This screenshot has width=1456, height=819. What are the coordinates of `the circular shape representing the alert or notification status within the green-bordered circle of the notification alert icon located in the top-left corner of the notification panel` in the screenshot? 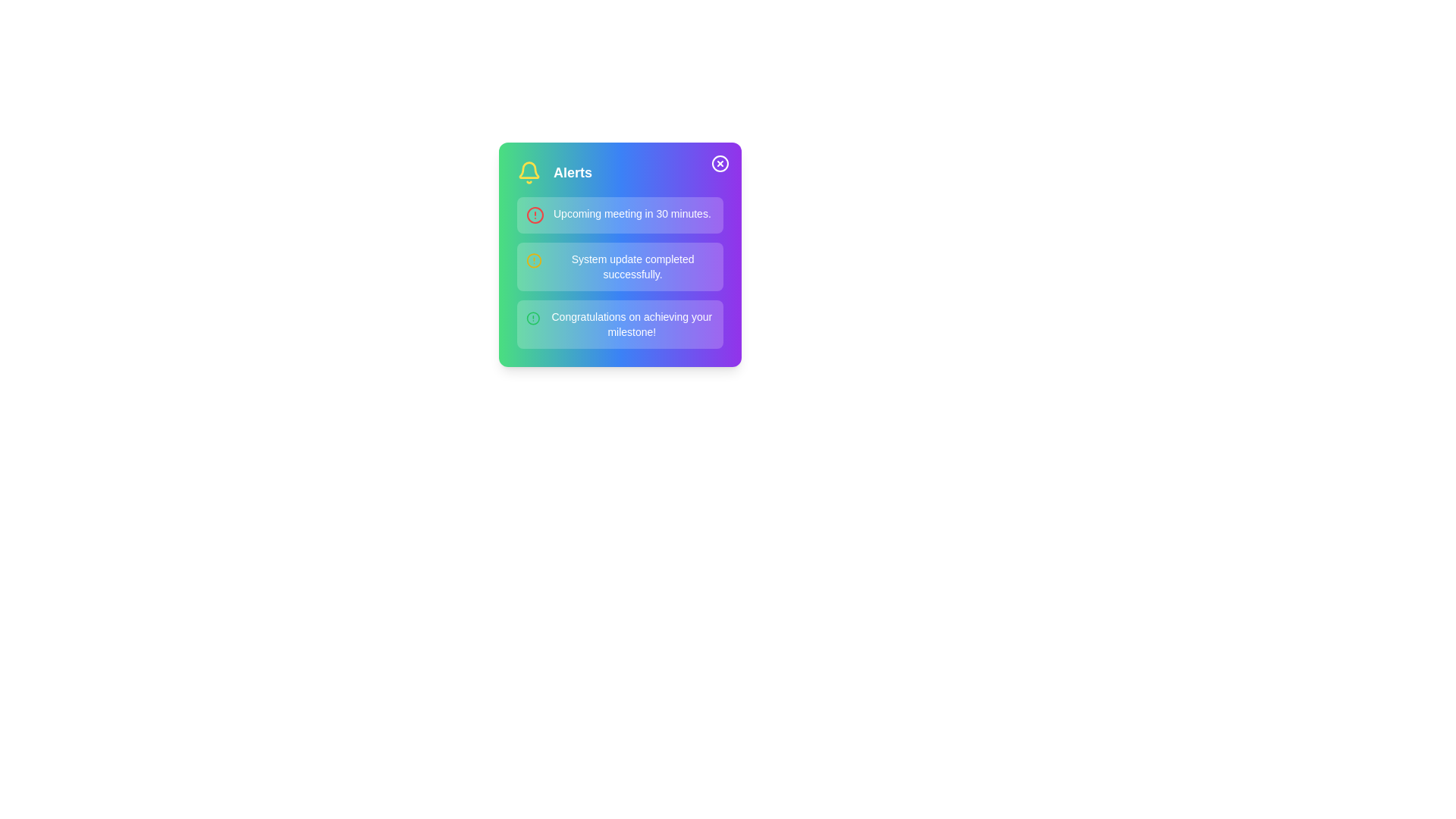 It's located at (533, 318).